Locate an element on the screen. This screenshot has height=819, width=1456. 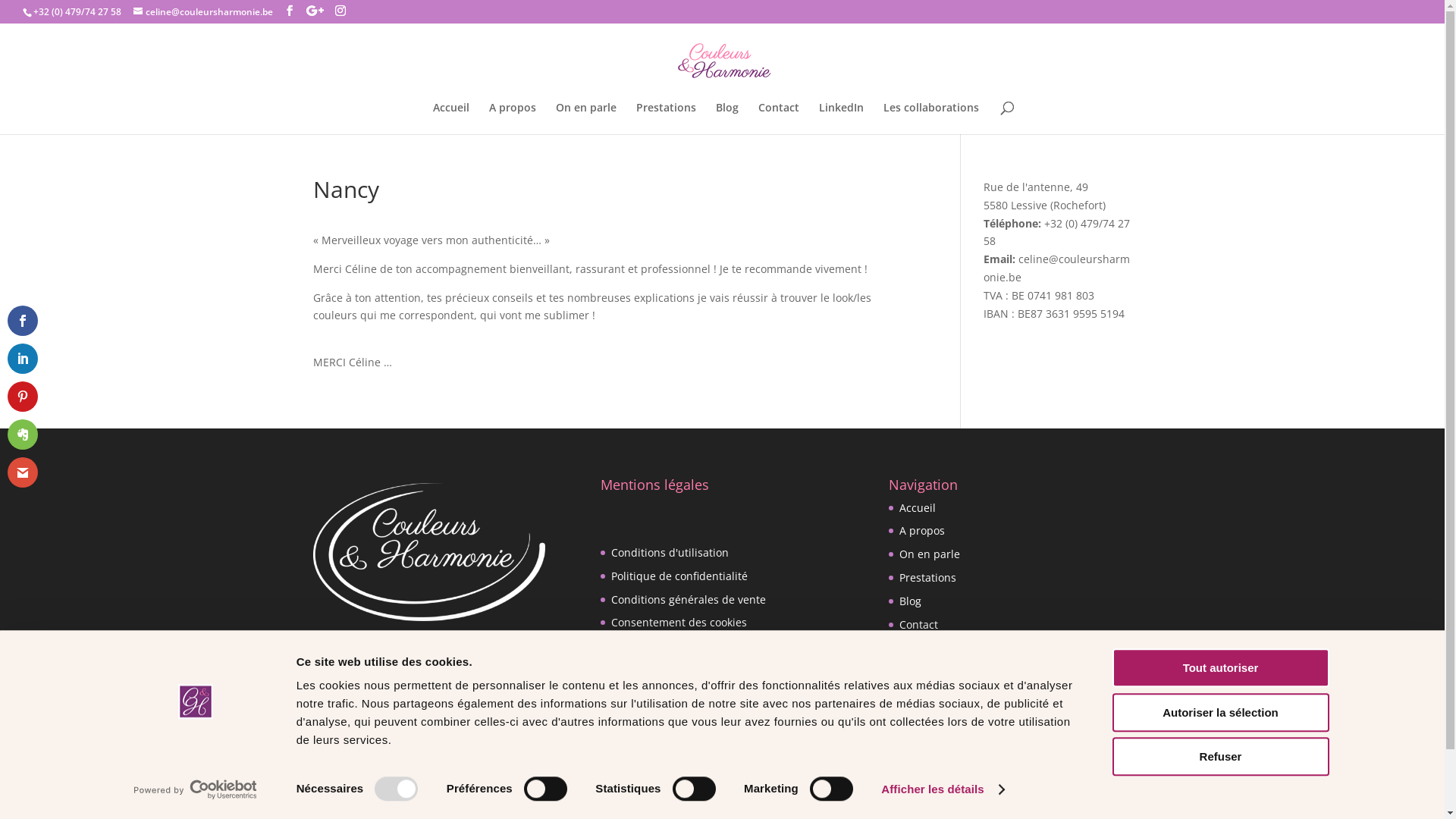
'Prestations' is located at coordinates (665, 117).